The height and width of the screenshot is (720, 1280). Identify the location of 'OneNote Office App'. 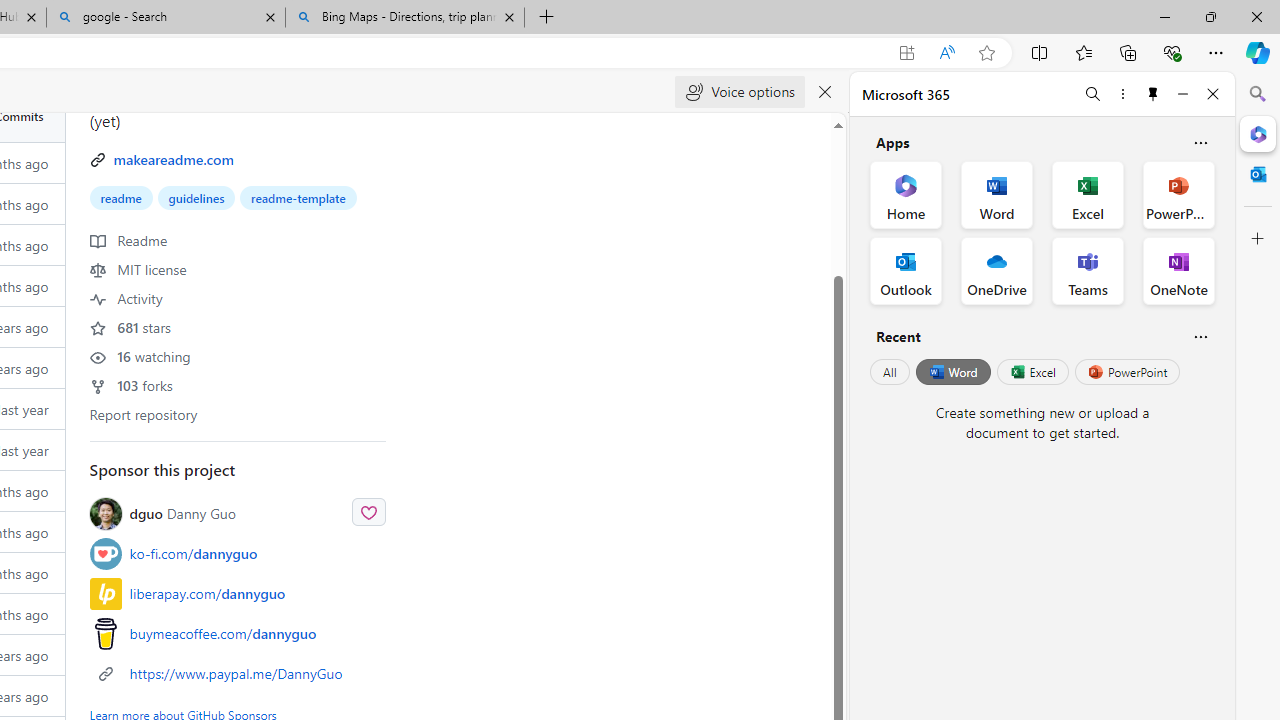
(1178, 271).